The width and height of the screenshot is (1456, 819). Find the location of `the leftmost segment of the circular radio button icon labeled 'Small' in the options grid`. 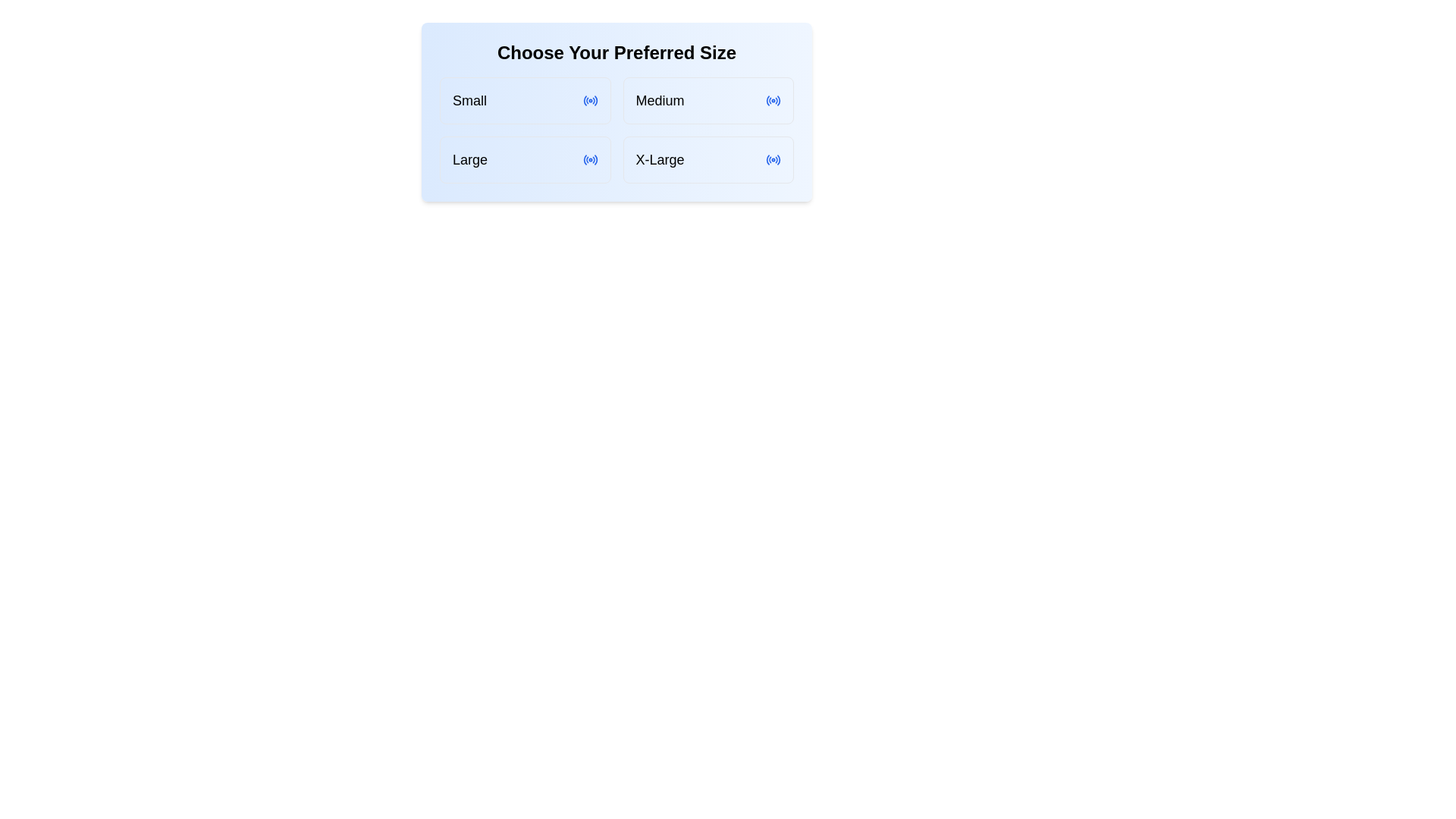

the leftmost segment of the circular radio button icon labeled 'Small' in the options grid is located at coordinates (584, 100).